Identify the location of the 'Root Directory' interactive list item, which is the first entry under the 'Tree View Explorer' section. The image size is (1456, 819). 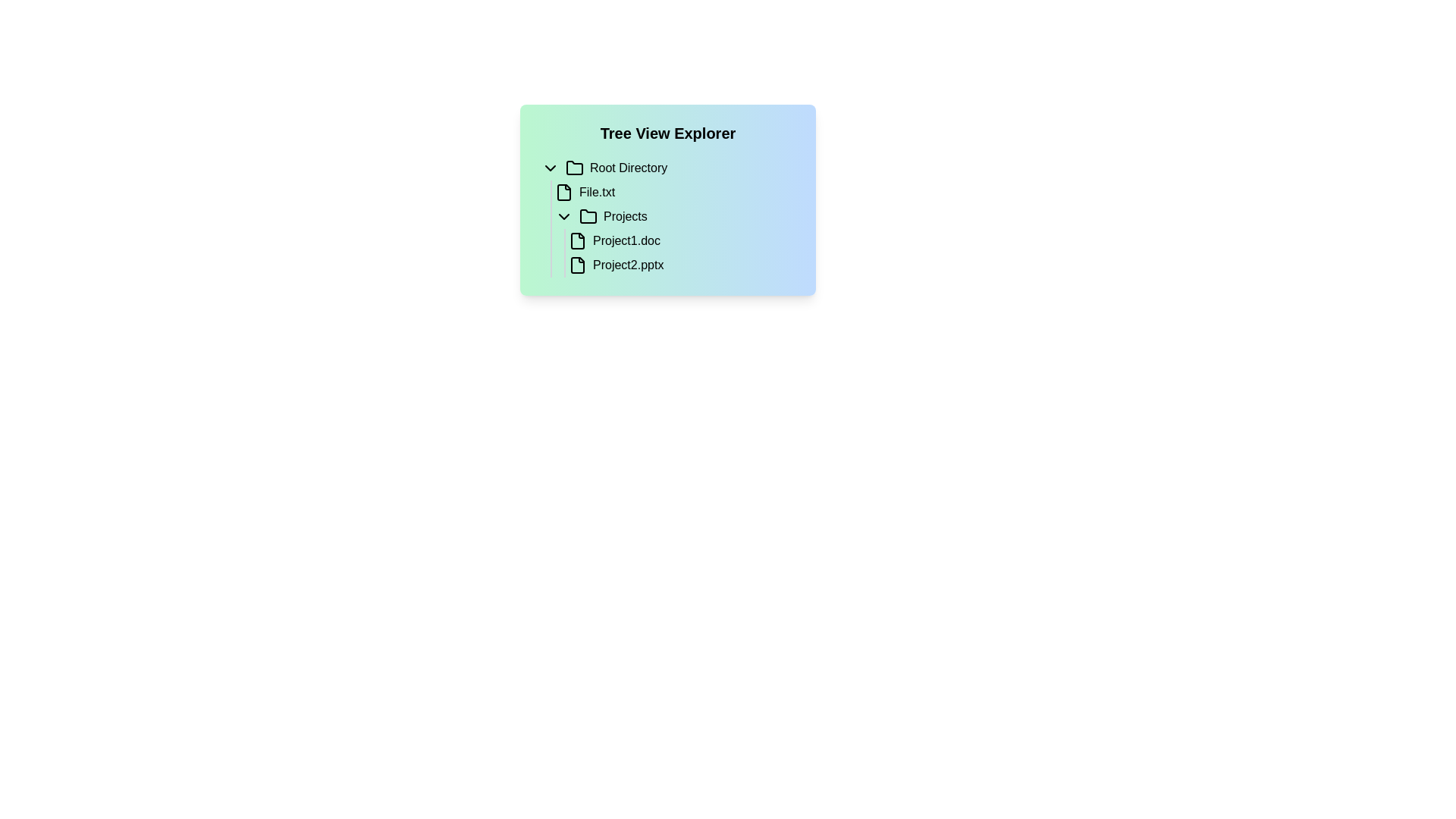
(667, 168).